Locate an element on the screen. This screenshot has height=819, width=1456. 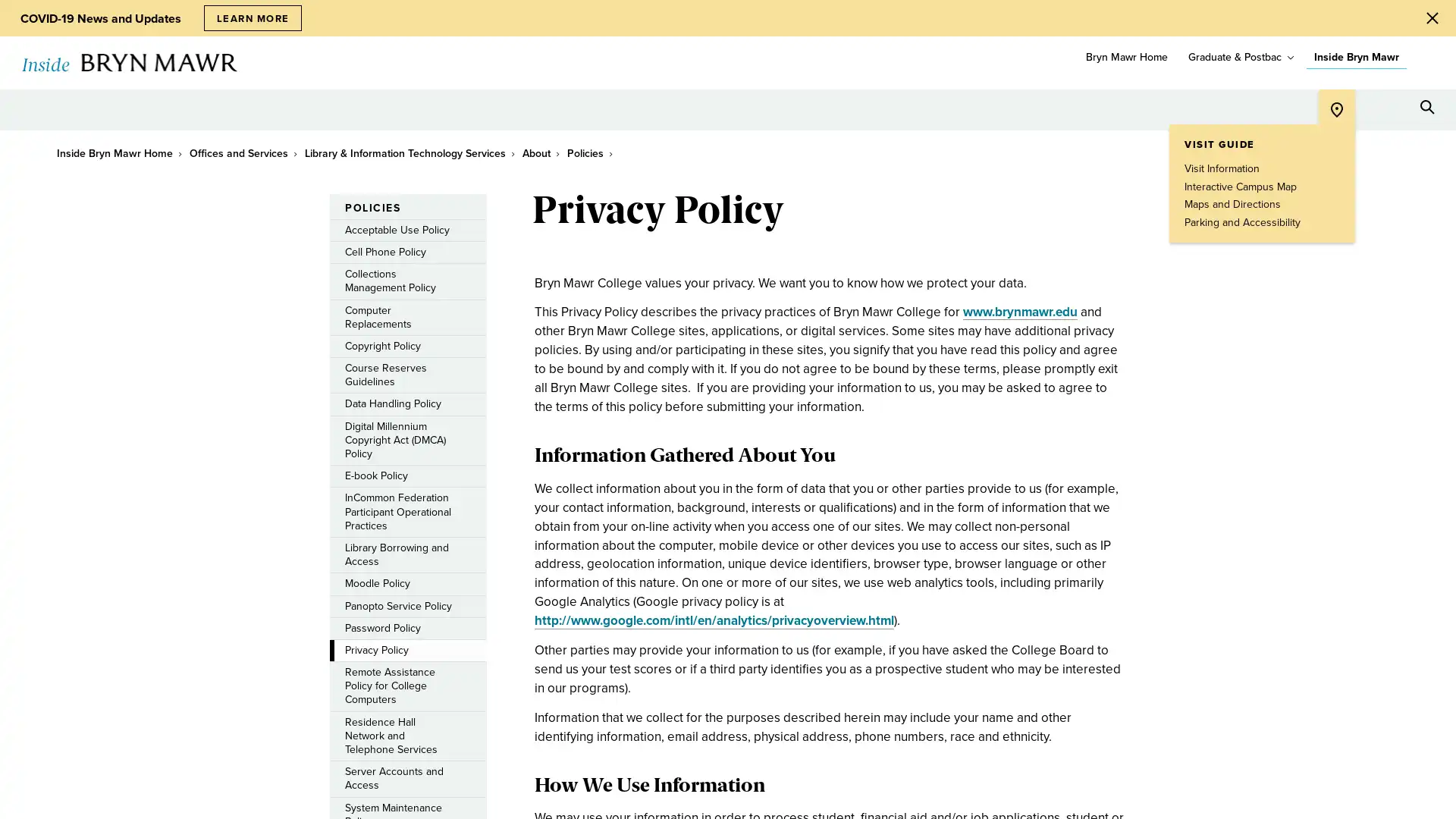
Graduate & Postbac is located at coordinates (1235, 56).